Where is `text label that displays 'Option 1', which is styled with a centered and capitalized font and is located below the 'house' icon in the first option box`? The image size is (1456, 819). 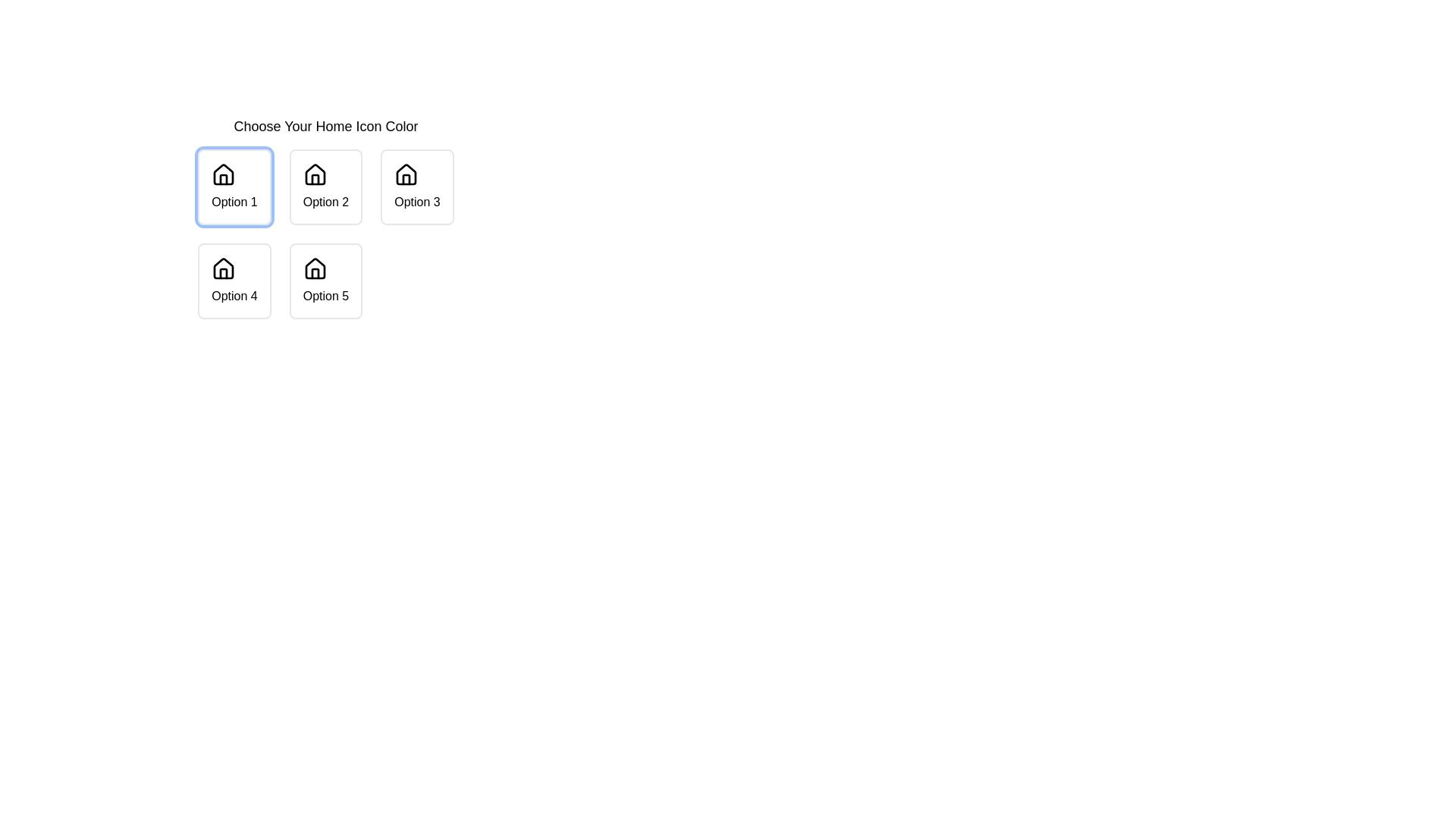
text label that displays 'Option 1', which is styled with a centered and capitalized font and is located below the 'house' icon in the first option box is located at coordinates (234, 201).